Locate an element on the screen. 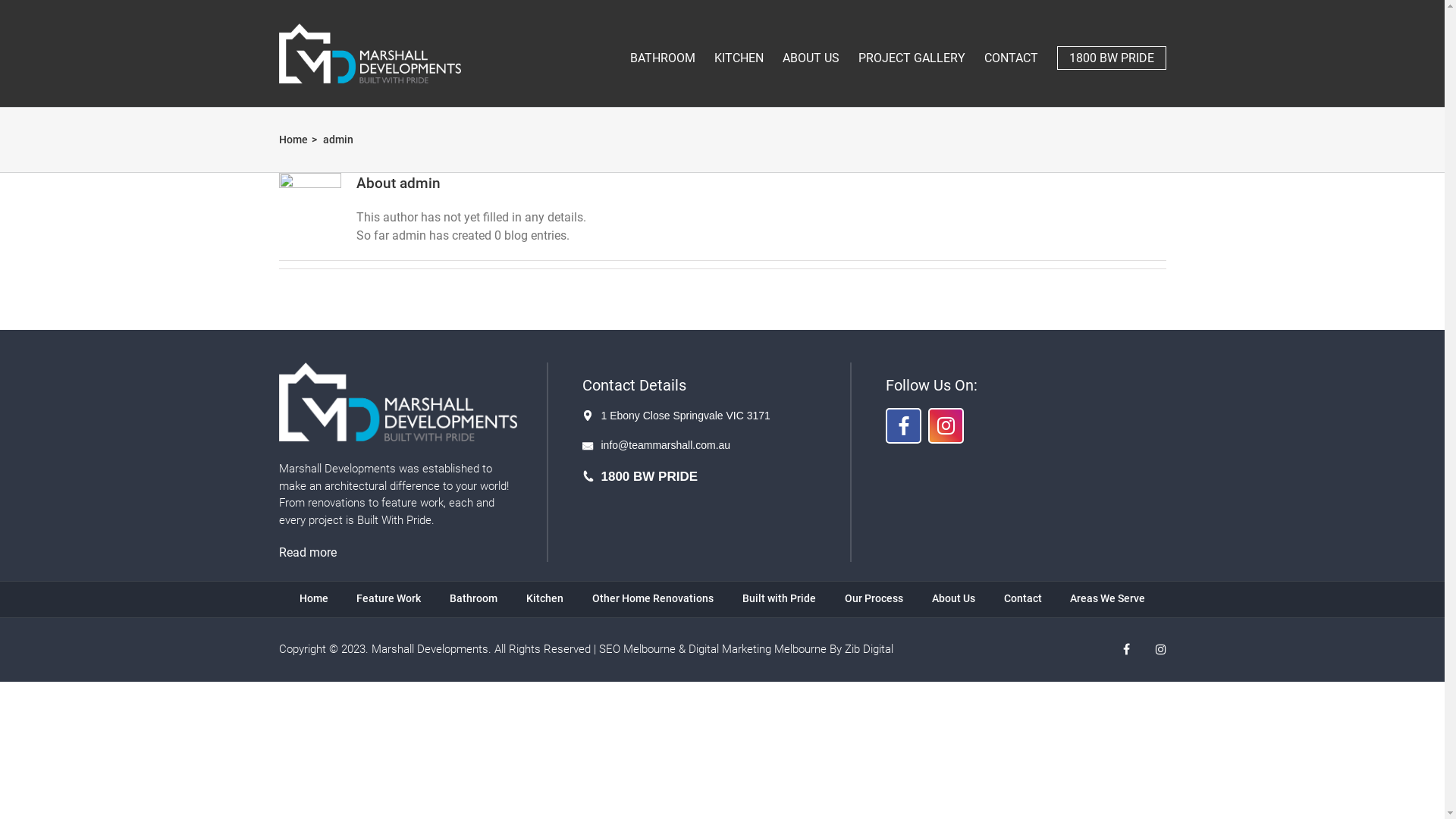 The image size is (1456, 819). 'Our Process' is located at coordinates (874, 598).